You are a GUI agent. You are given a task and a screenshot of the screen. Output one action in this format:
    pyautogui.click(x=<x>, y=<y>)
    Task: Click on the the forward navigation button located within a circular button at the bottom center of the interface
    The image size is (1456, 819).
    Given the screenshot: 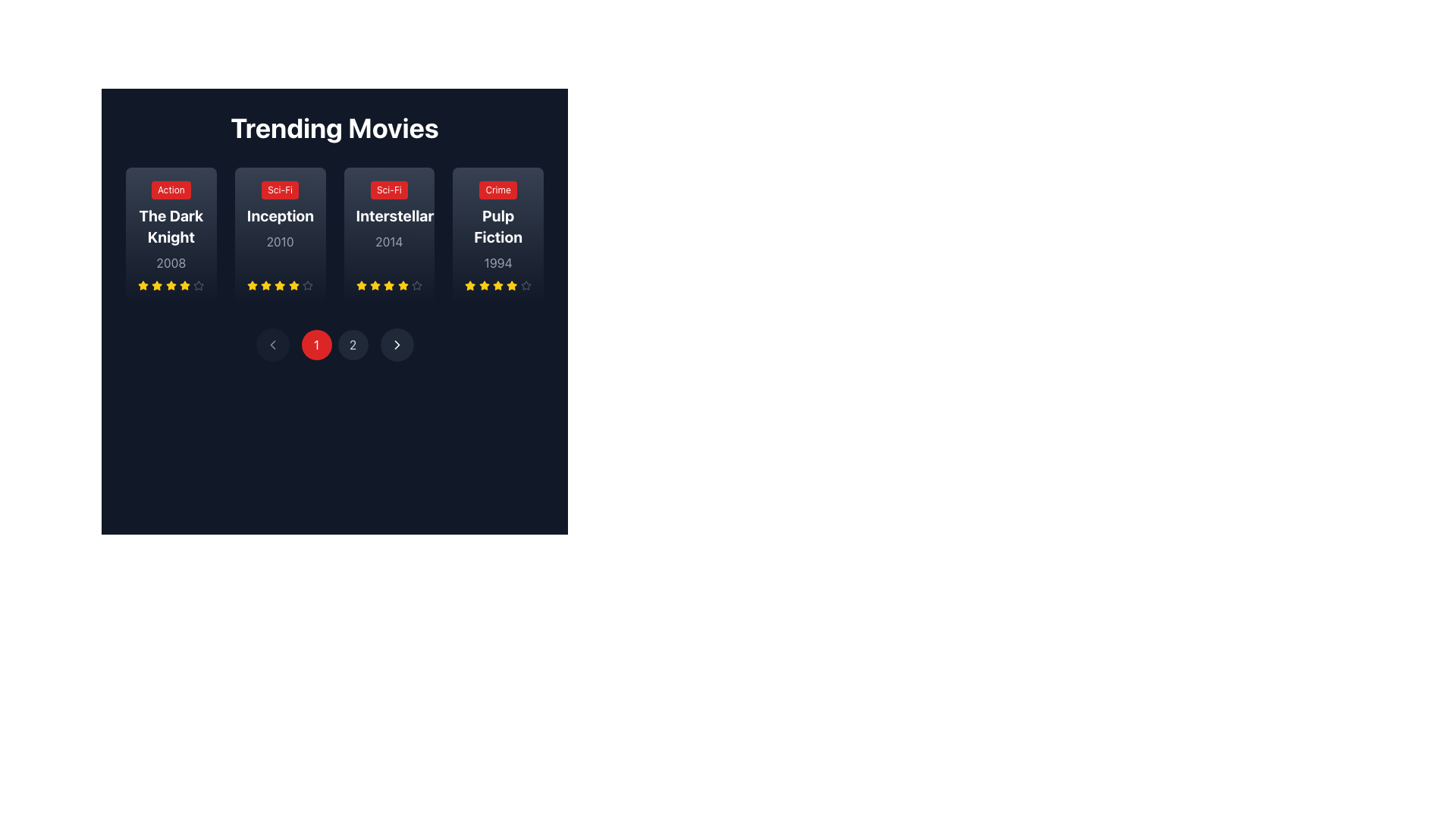 What is the action you would take?
    pyautogui.click(x=397, y=344)
    